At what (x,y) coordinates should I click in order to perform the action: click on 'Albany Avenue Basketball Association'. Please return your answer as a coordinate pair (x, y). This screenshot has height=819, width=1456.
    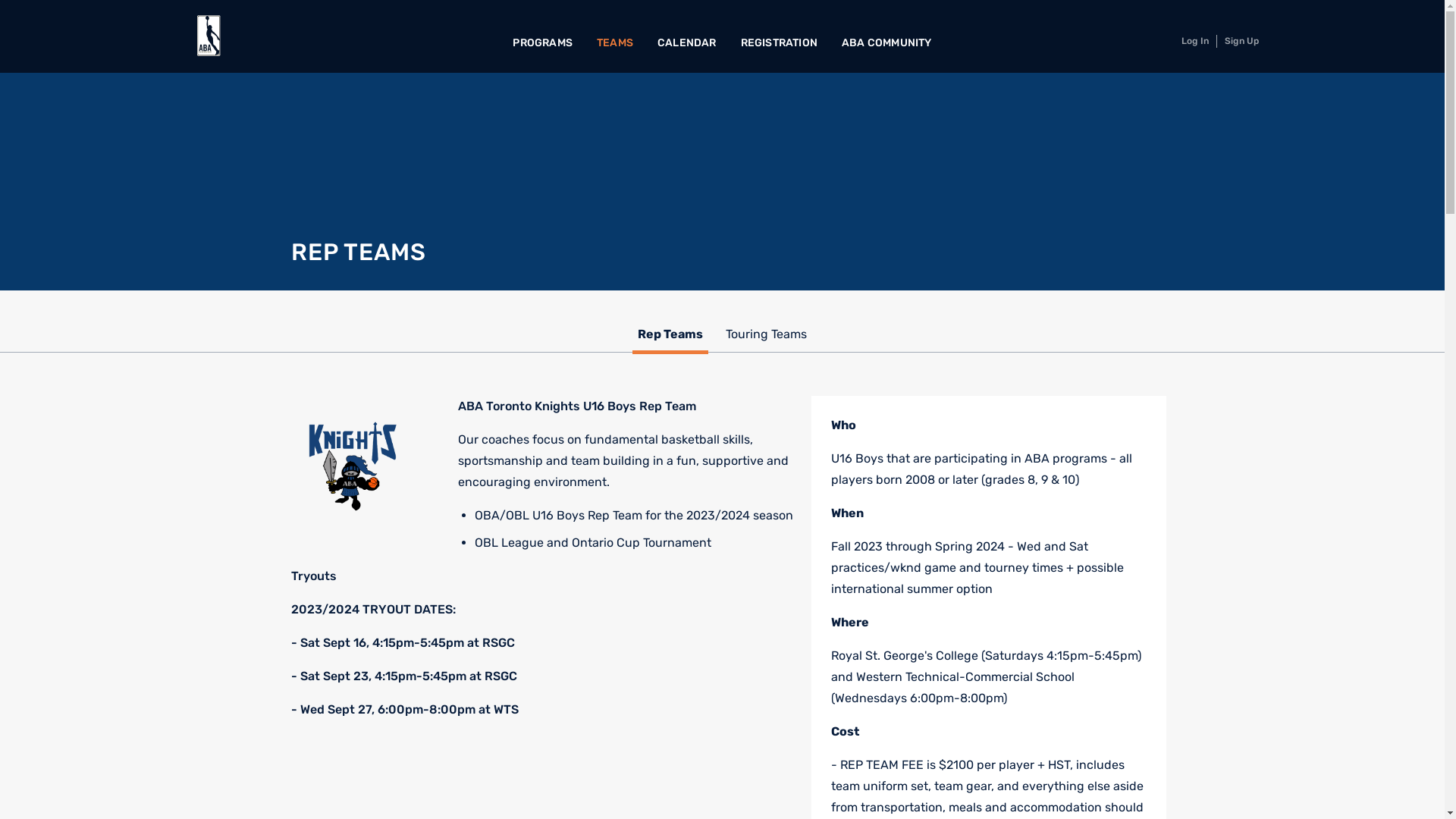
    Looking at the image, I should click on (208, 36).